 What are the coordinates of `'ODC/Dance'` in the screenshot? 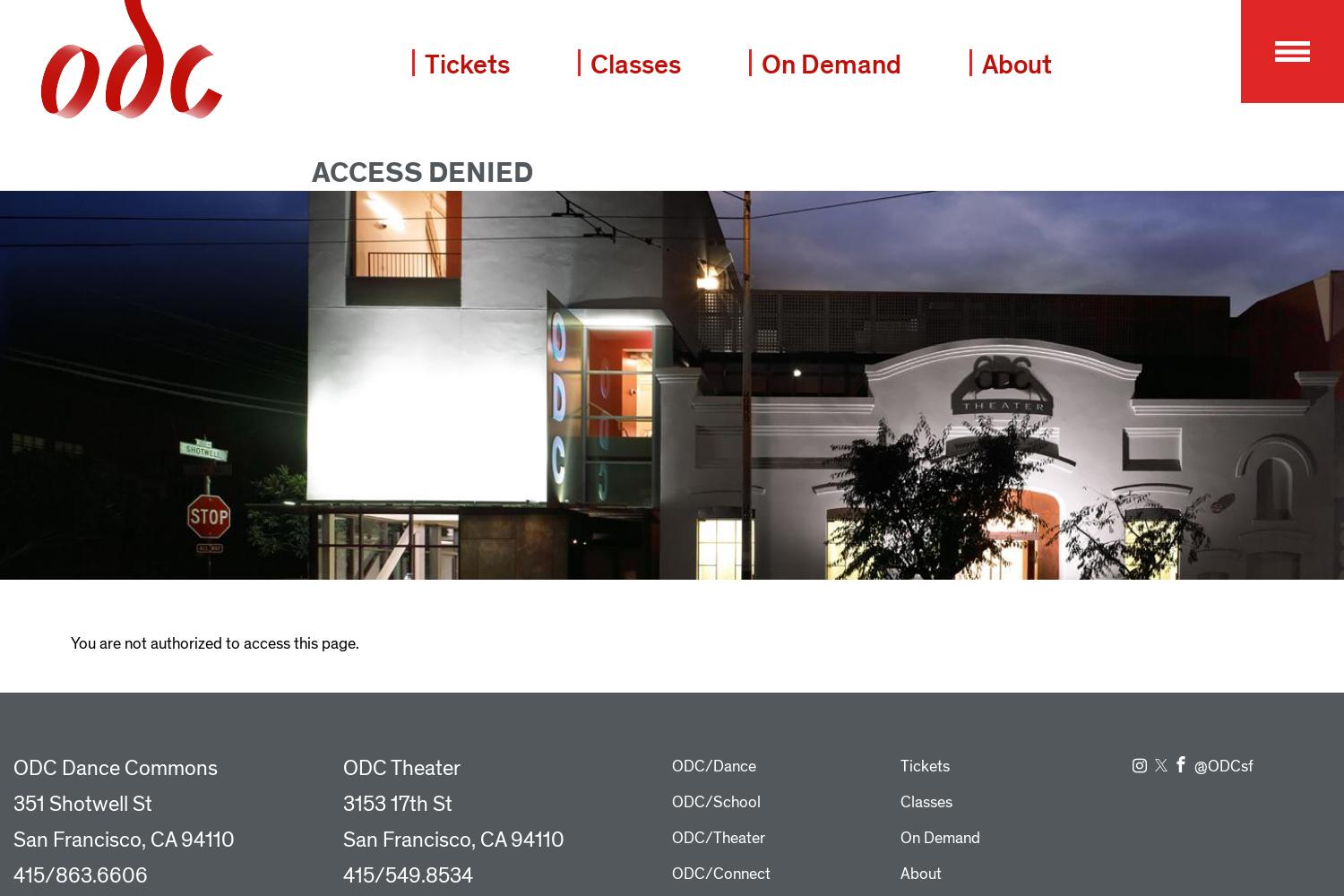 It's located at (713, 764).